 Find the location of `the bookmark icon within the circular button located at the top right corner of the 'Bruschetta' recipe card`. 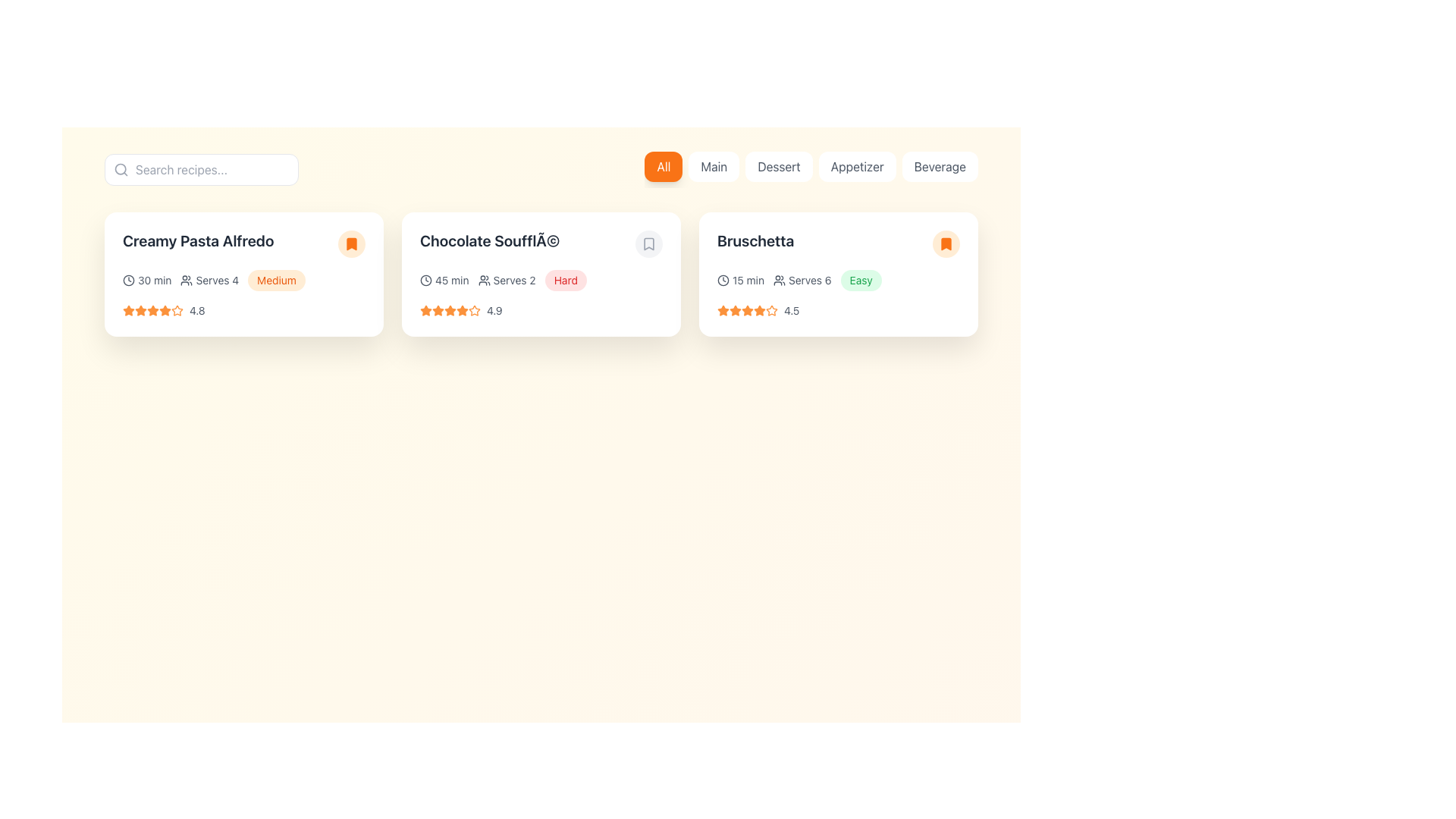

the bookmark icon within the circular button located at the top right corner of the 'Bruschetta' recipe card is located at coordinates (946, 243).